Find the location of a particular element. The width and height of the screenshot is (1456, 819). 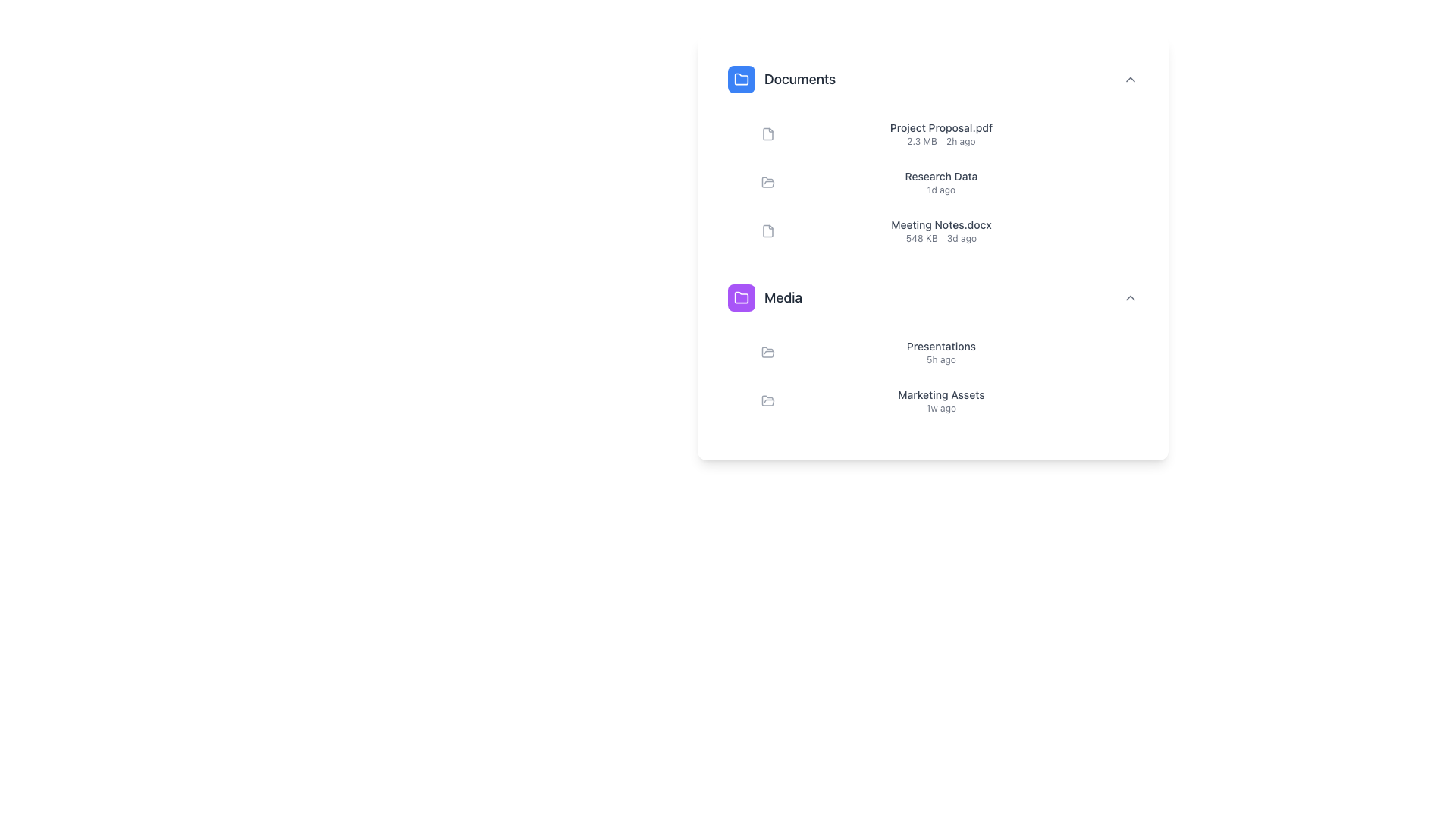

the folder icon with a blue outline and light blue fill in the 'Documents' section, located near the top-left corner is located at coordinates (742, 79).